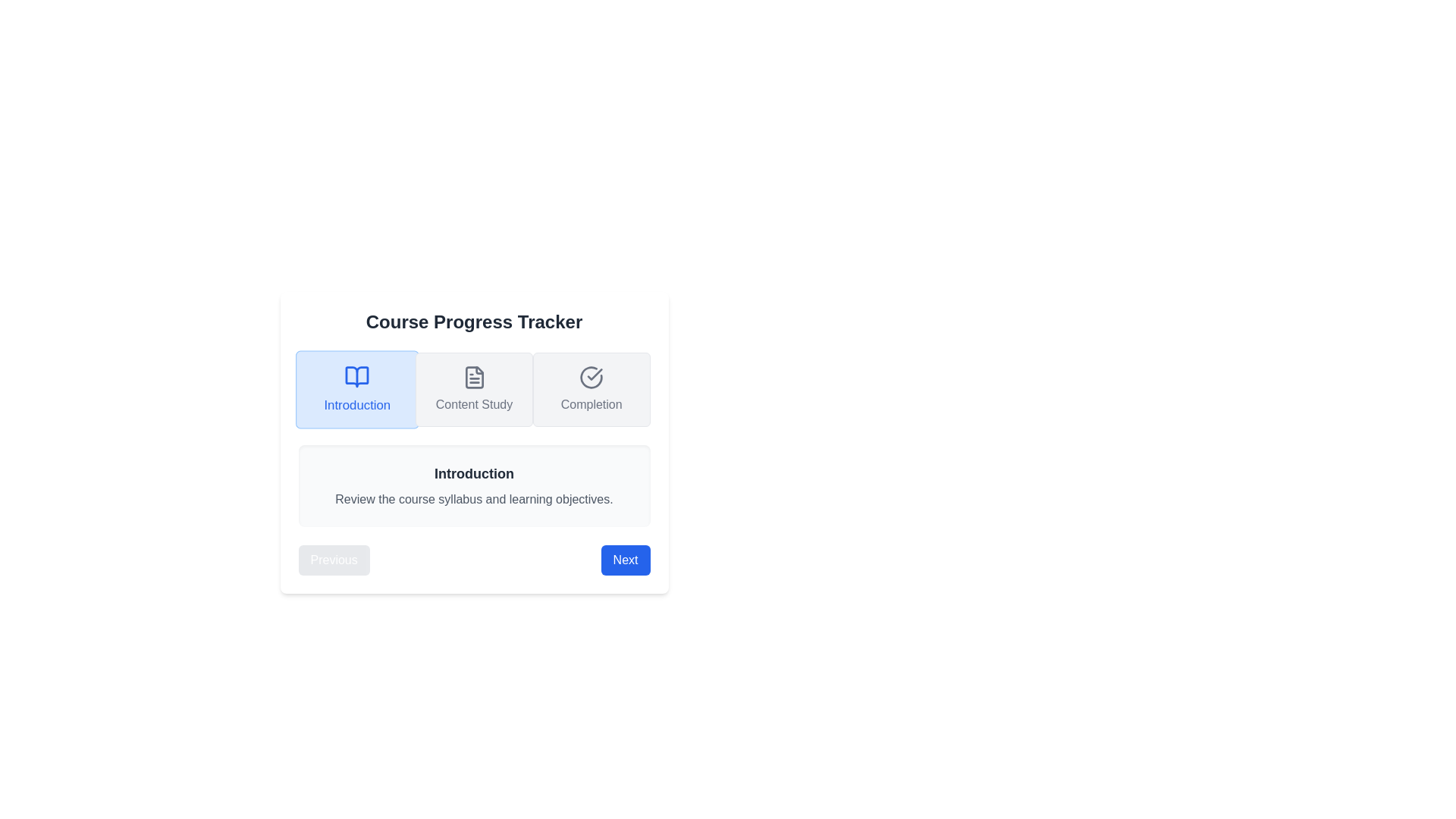  What do you see at coordinates (356, 376) in the screenshot?
I see `the 'Introduction' tab icon, which is visually aligned above the text 'Introduction' within the blue-highlighted tab group` at bounding box center [356, 376].